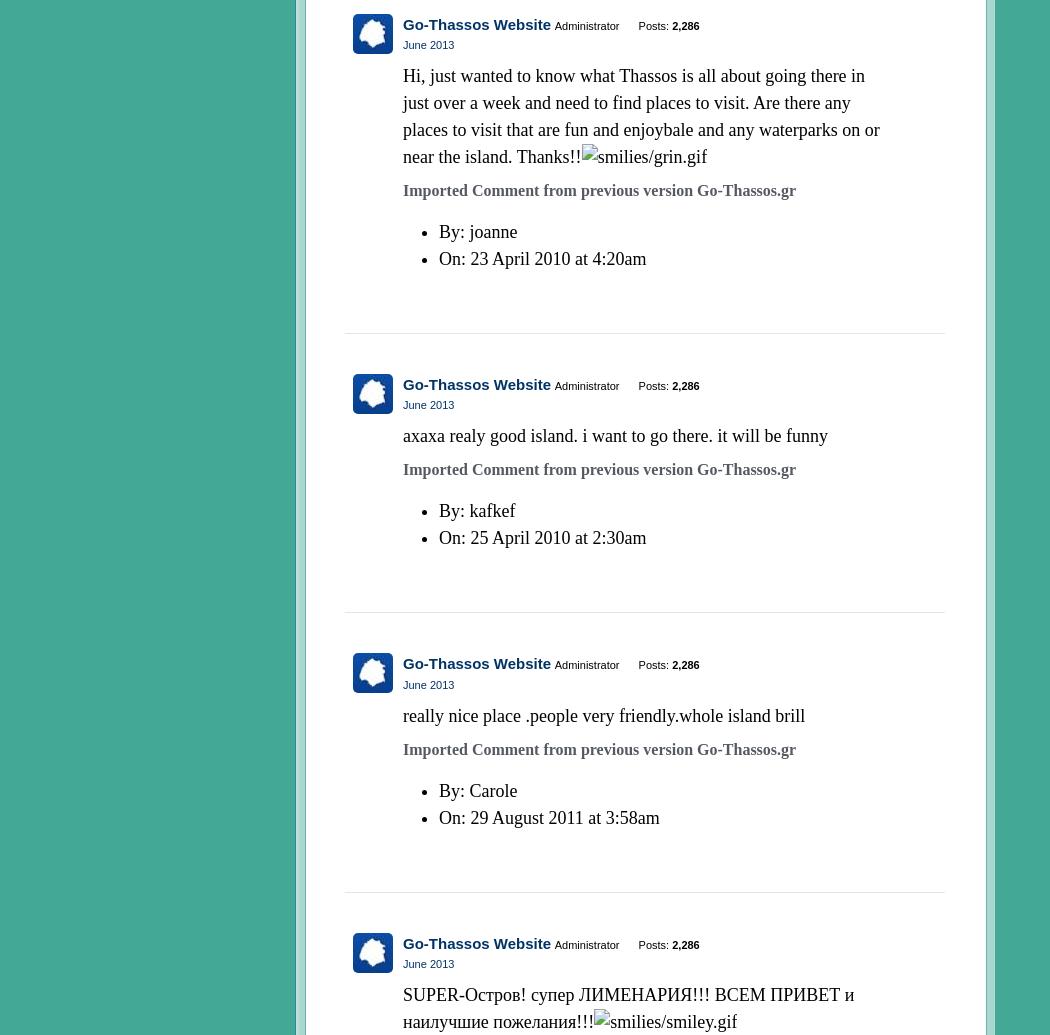  What do you see at coordinates (402, 713) in the screenshot?
I see `'really nice place .people very friendly.whole island brill'` at bounding box center [402, 713].